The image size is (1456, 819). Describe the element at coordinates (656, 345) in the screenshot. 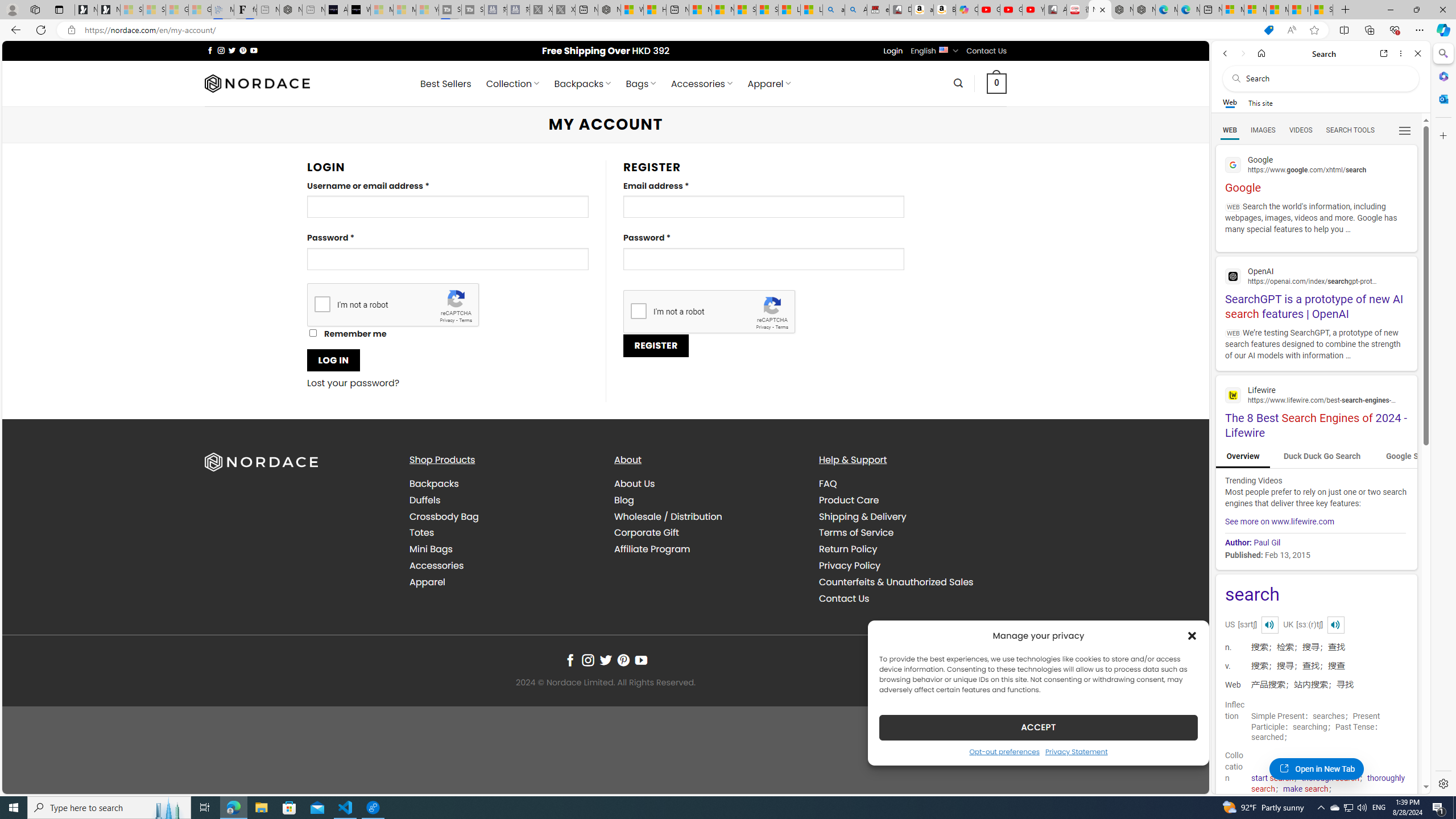

I see `'REGISTER'` at that location.